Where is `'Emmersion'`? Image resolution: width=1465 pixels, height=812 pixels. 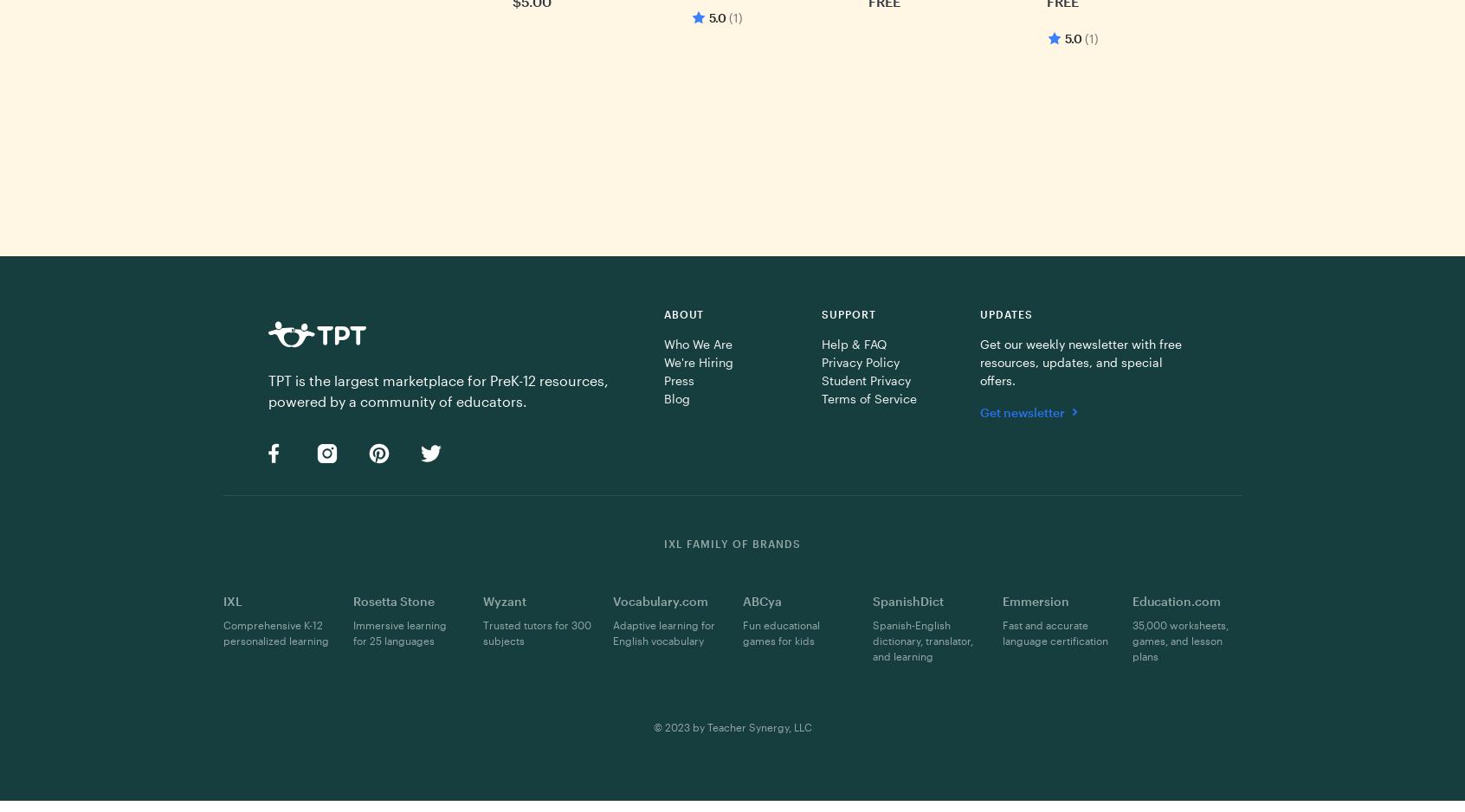 'Emmersion' is located at coordinates (1035, 600).